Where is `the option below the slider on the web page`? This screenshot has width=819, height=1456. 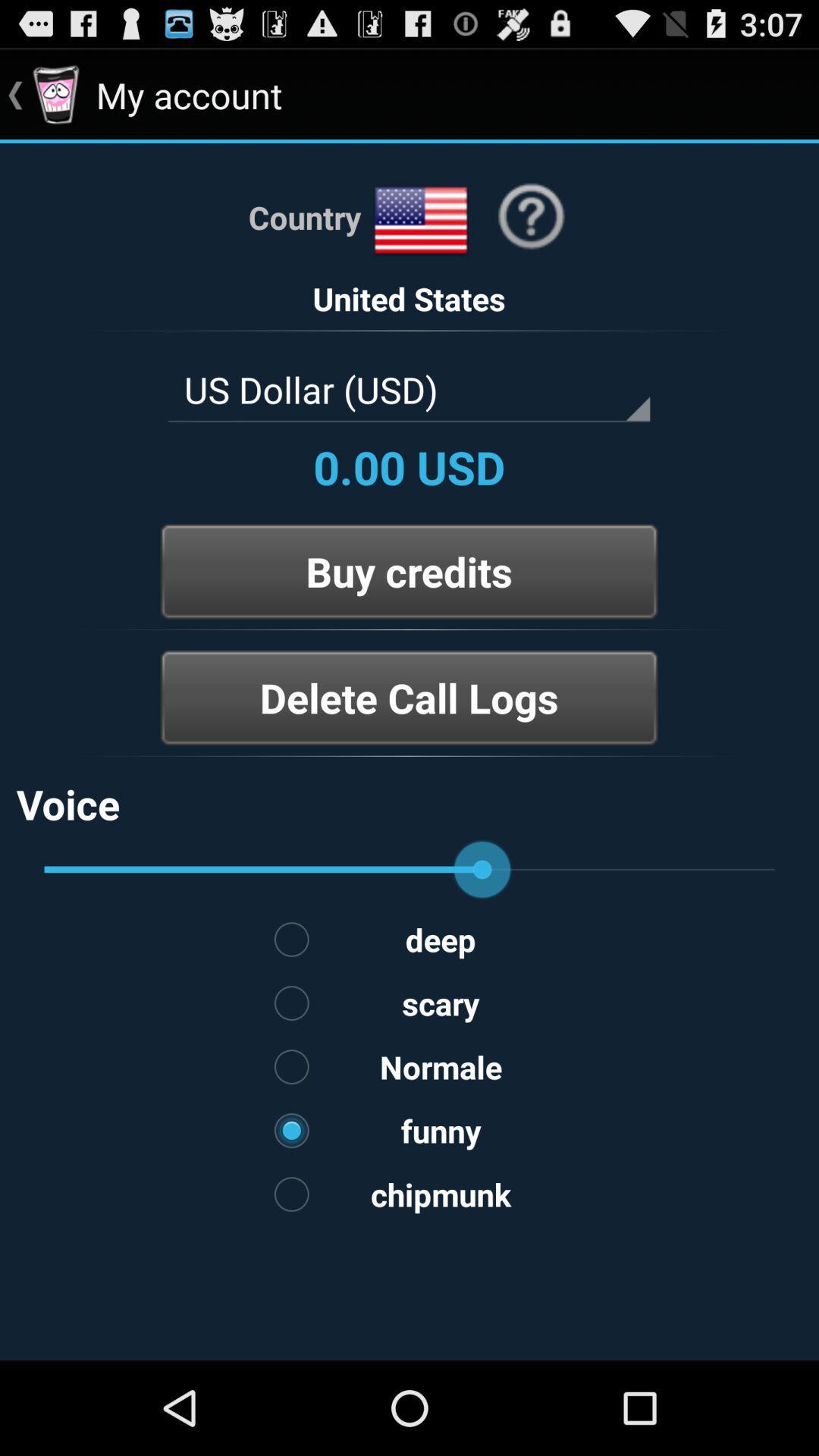
the option below the slider on the web page is located at coordinates (409, 938).